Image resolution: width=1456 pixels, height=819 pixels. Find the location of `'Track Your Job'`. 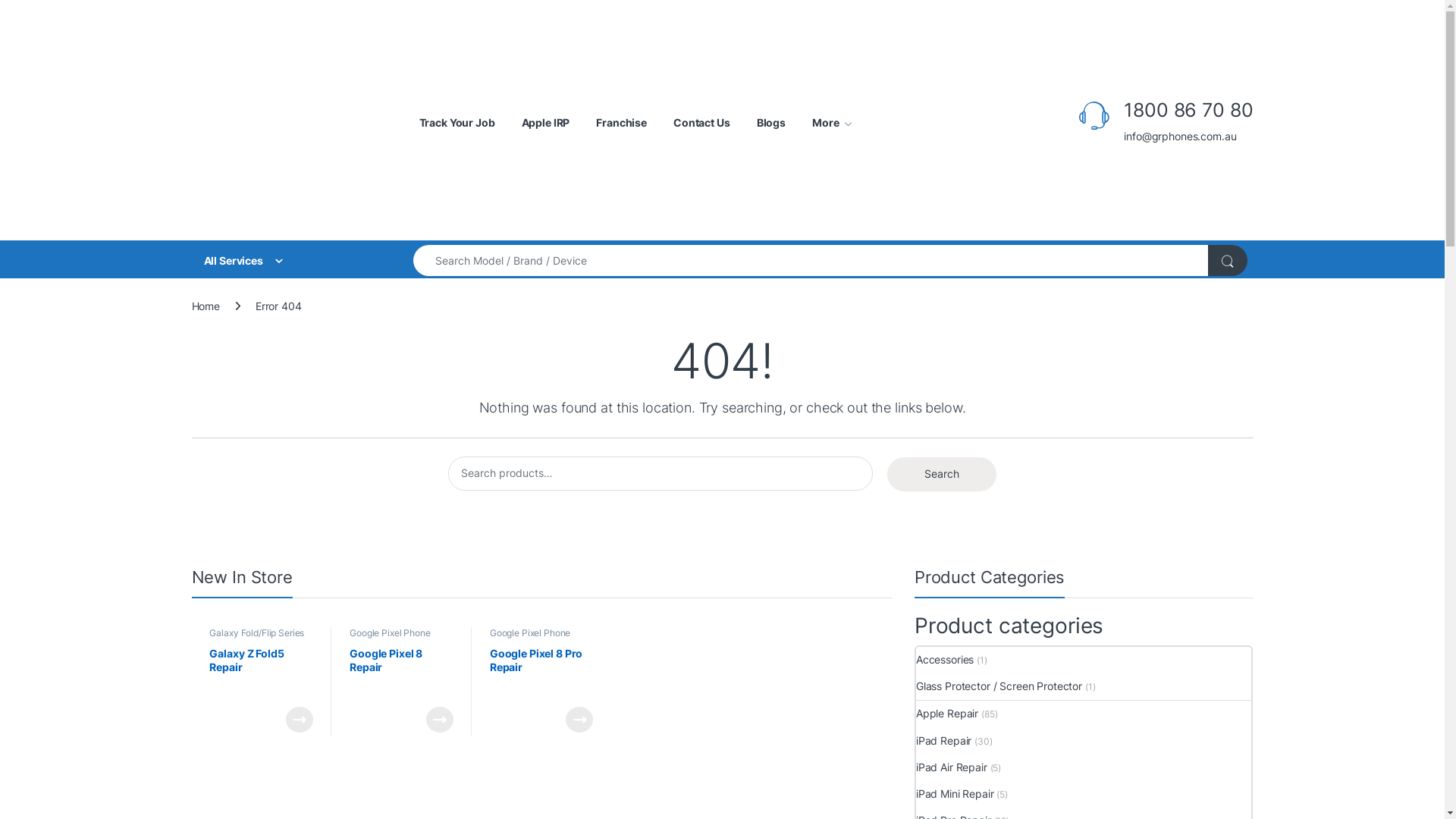

'Track Your Job' is located at coordinates (455, 122).